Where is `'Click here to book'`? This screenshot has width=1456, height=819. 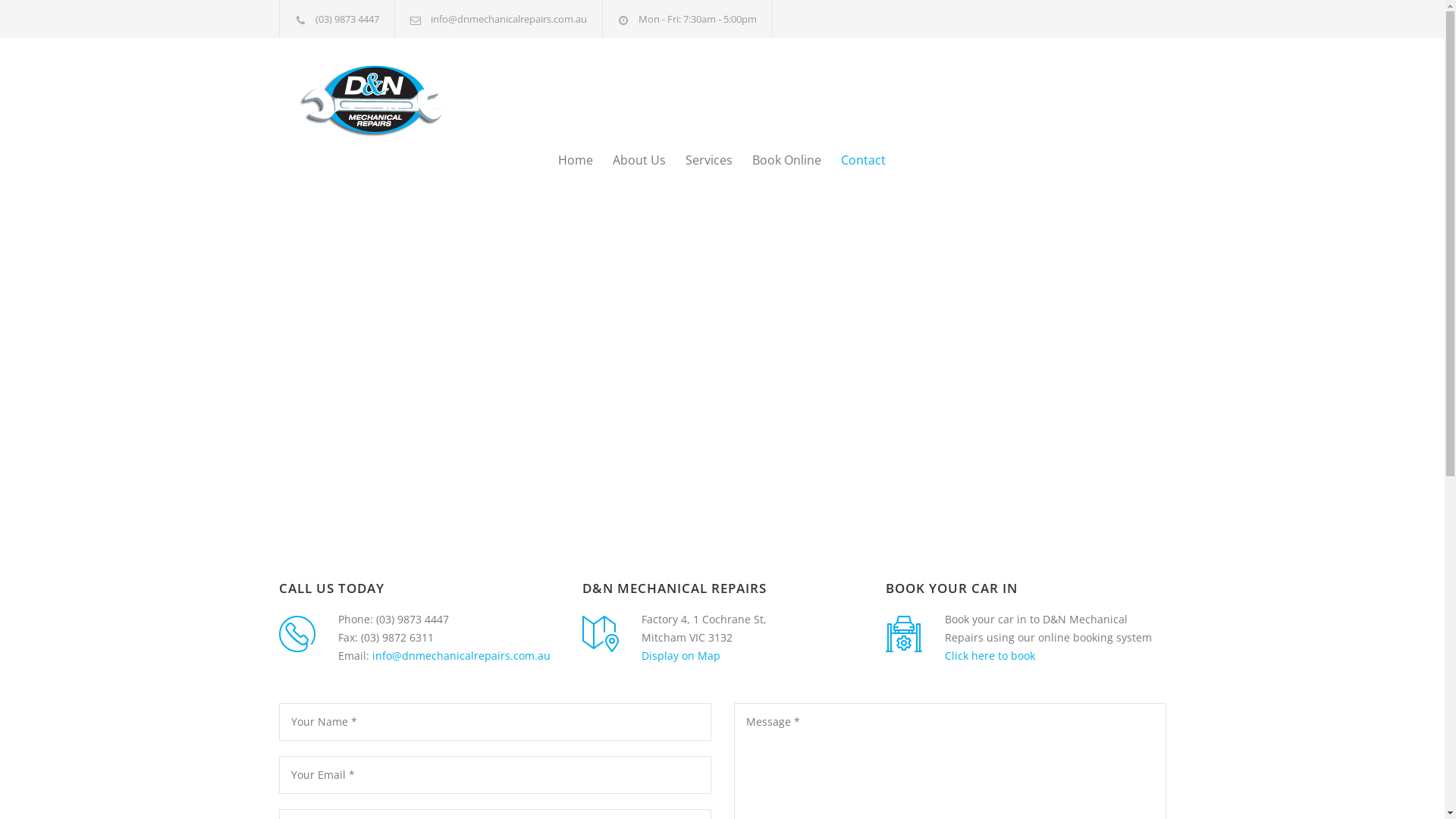
'Click here to book' is located at coordinates (944, 654).